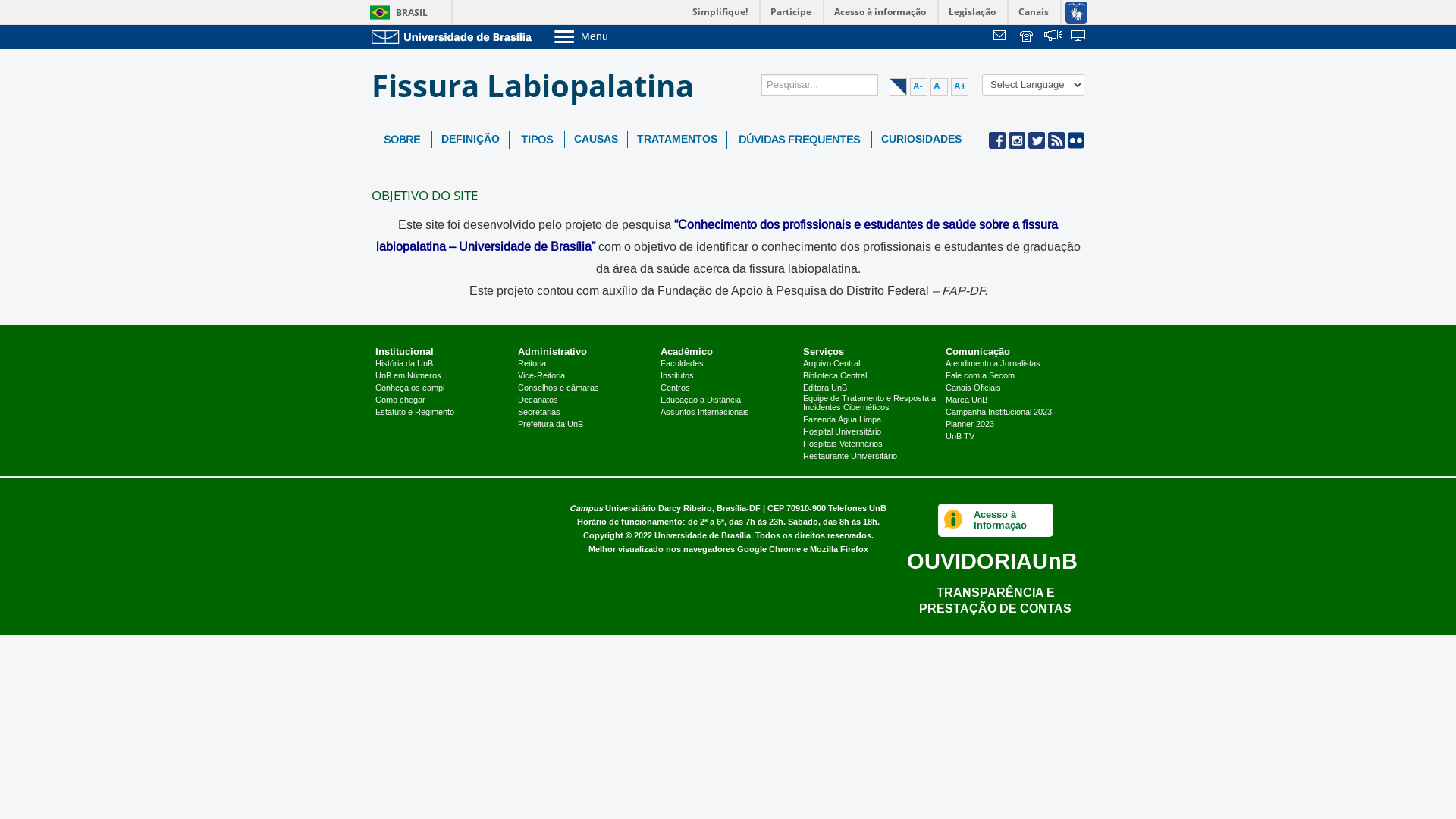  What do you see at coordinates (802, 375) in the screenshot?
I see `'Biblioteca Central'` at bounding box center [802, 375].